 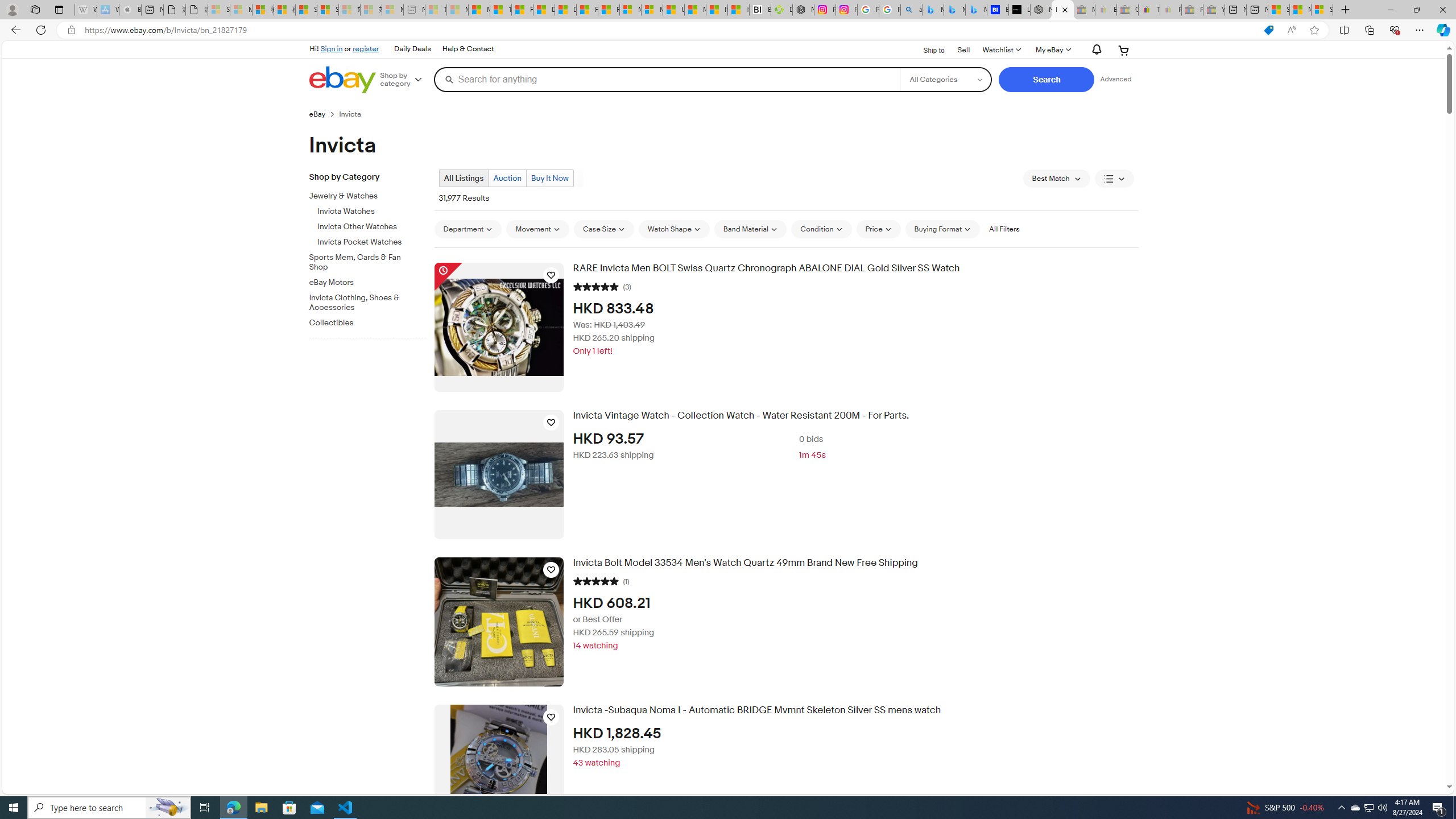 I want to click on 'Invicta Clothing, Shoes & Accessories', so click(x=371, y=300).